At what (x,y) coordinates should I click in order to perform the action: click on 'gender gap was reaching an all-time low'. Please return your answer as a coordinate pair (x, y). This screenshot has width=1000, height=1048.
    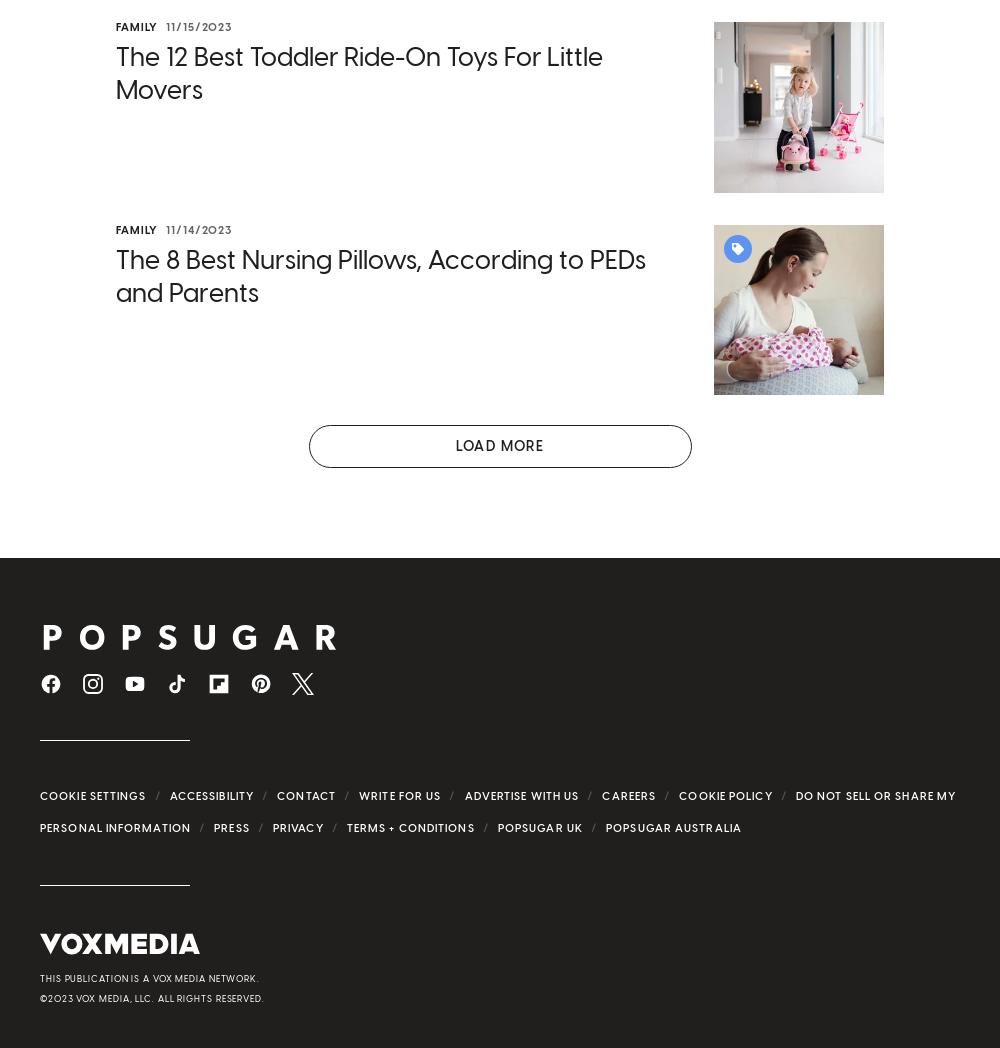
    Looking at the image, I should click on (417, 167).